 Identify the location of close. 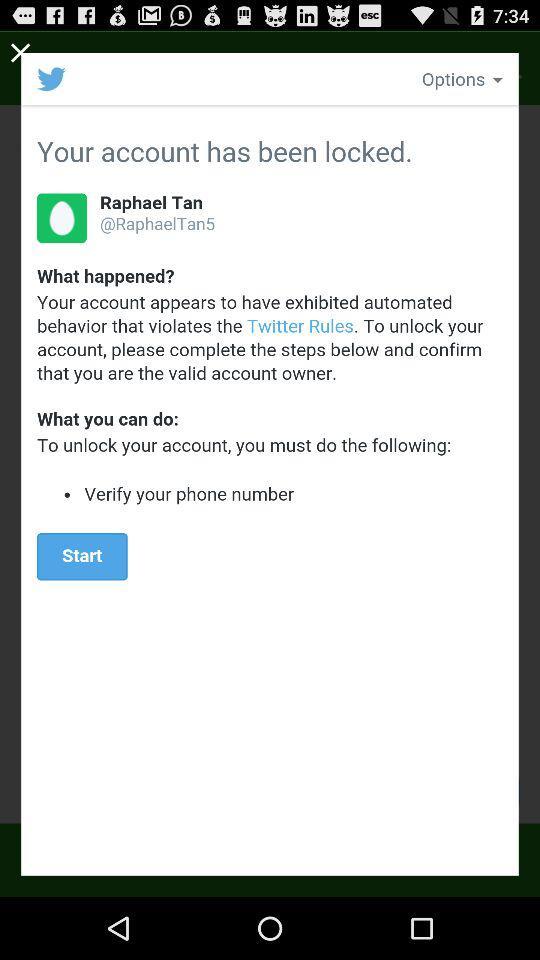
(20, 51).